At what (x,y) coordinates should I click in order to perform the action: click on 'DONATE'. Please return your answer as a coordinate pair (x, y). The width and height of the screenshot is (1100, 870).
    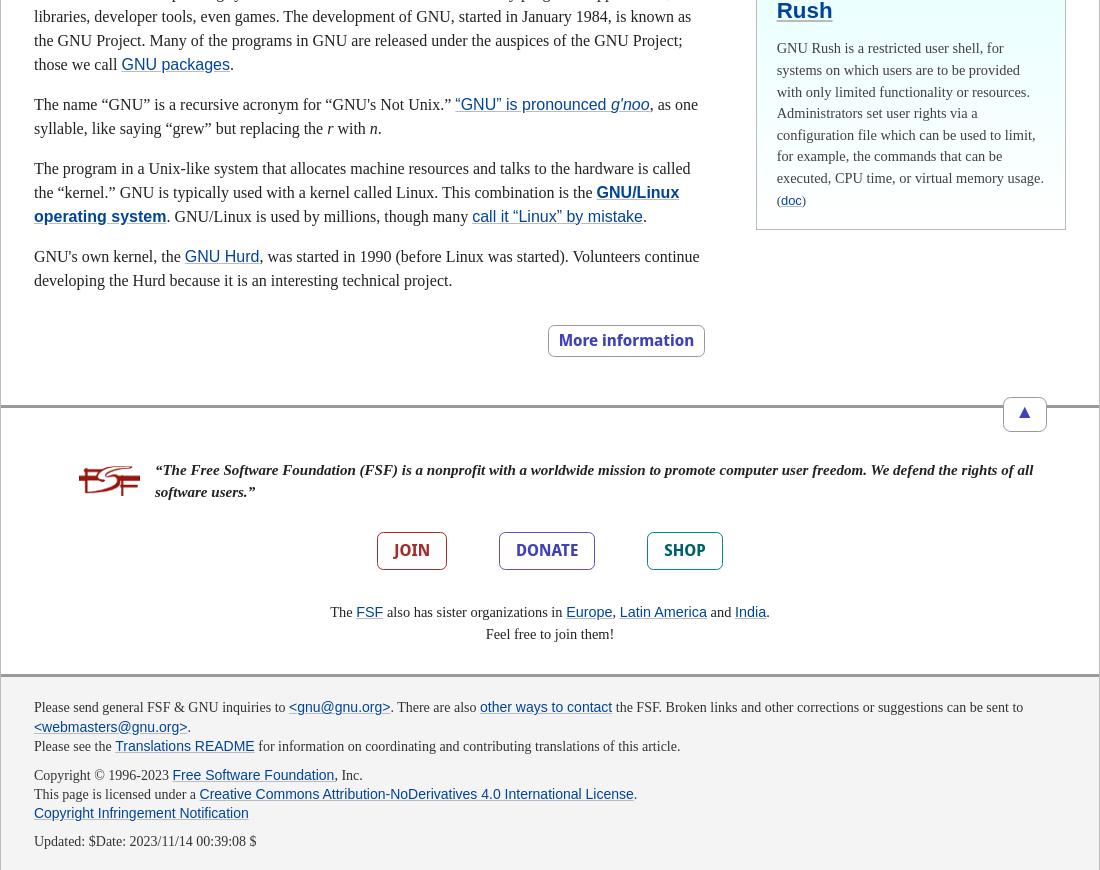
    Looking at the image, I should click on (547, 549).